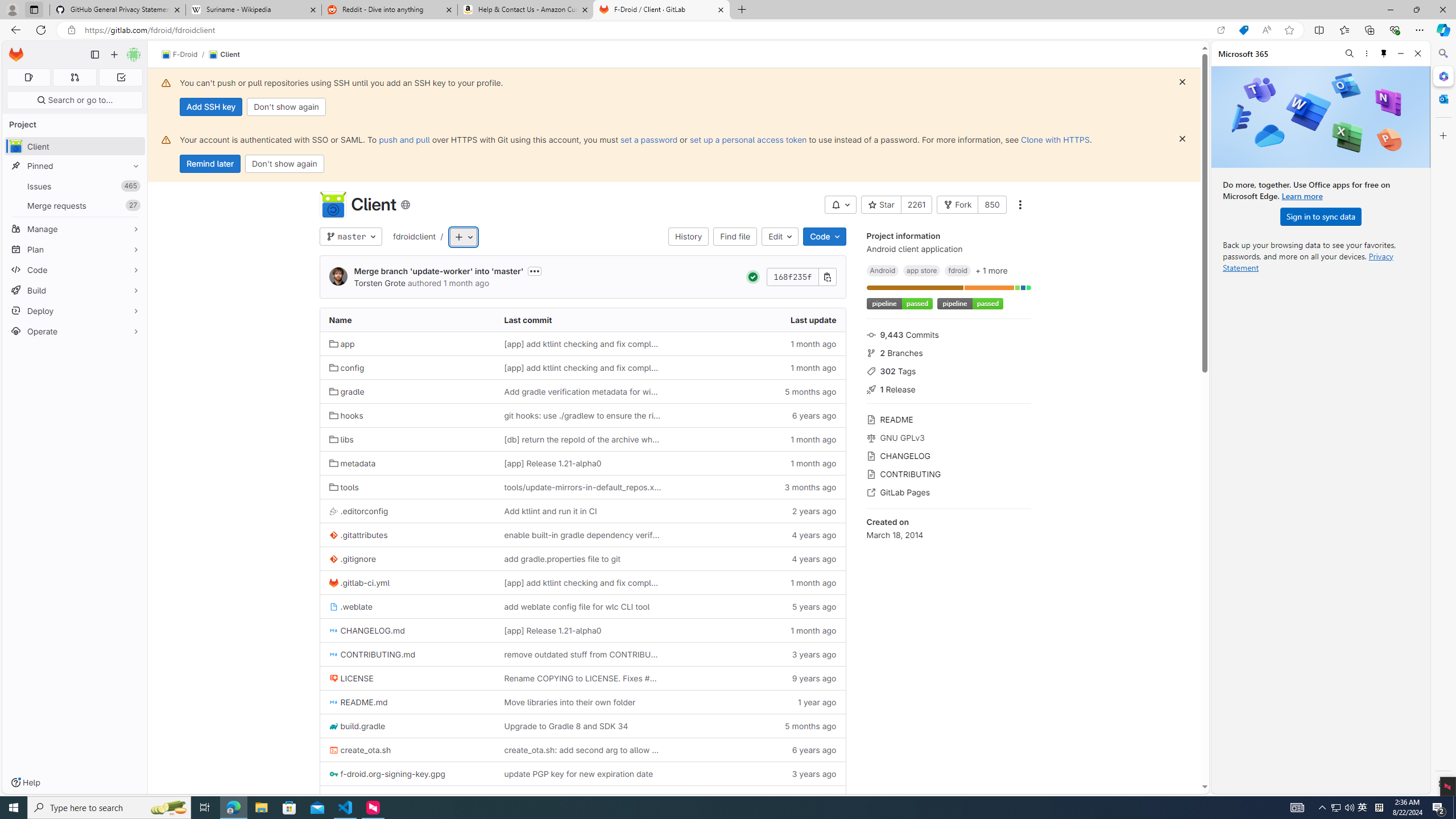 The height and width of the screenshot is (819, 1456). Describe the element at coordinates (352, 464) in the screenshot. I see `'metadata'` at that location.